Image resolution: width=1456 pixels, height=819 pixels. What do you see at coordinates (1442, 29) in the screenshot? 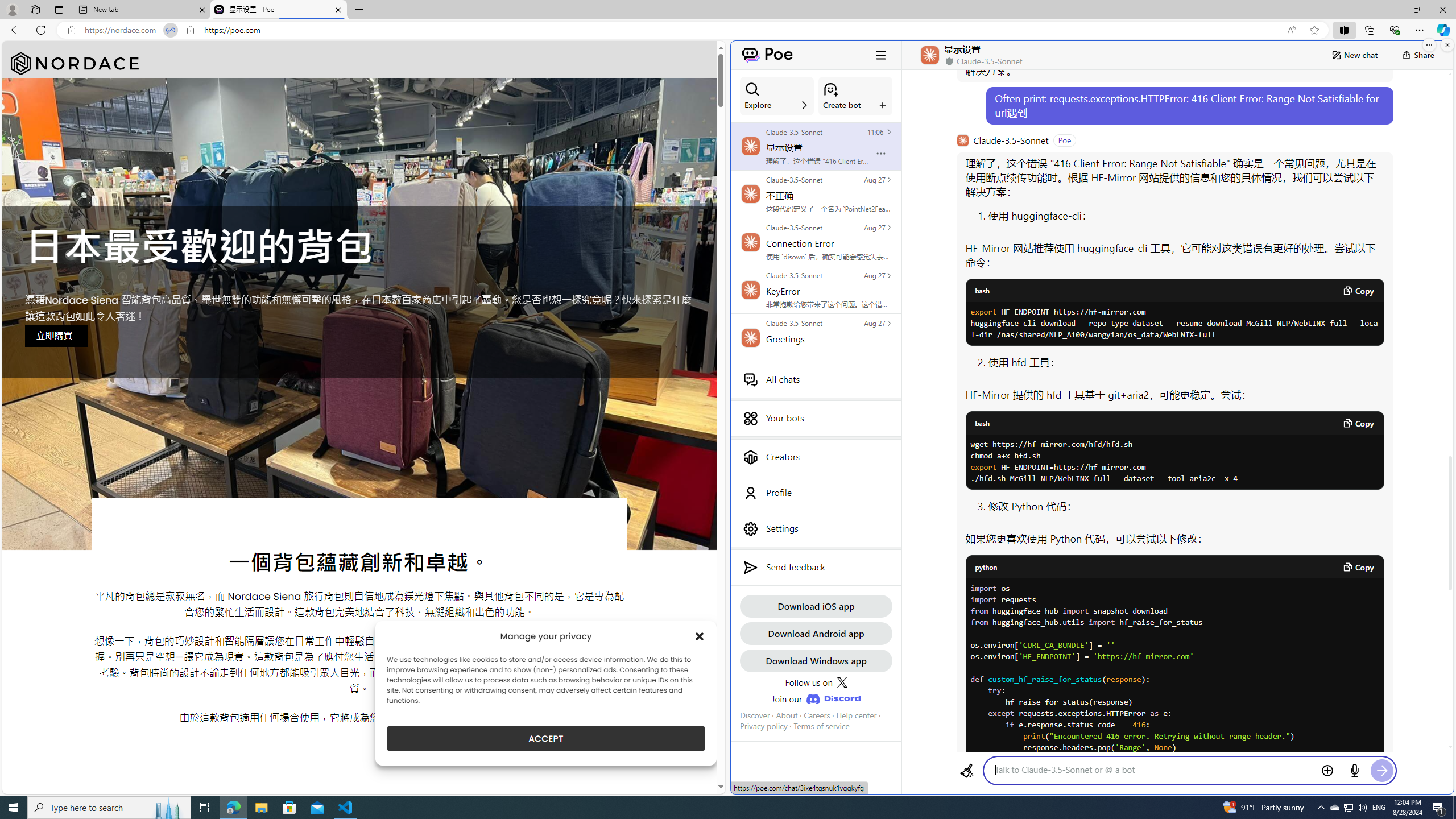
I see `'Copilot (Ctrl+Shift+.)'` at bounding box center [1442, 29].